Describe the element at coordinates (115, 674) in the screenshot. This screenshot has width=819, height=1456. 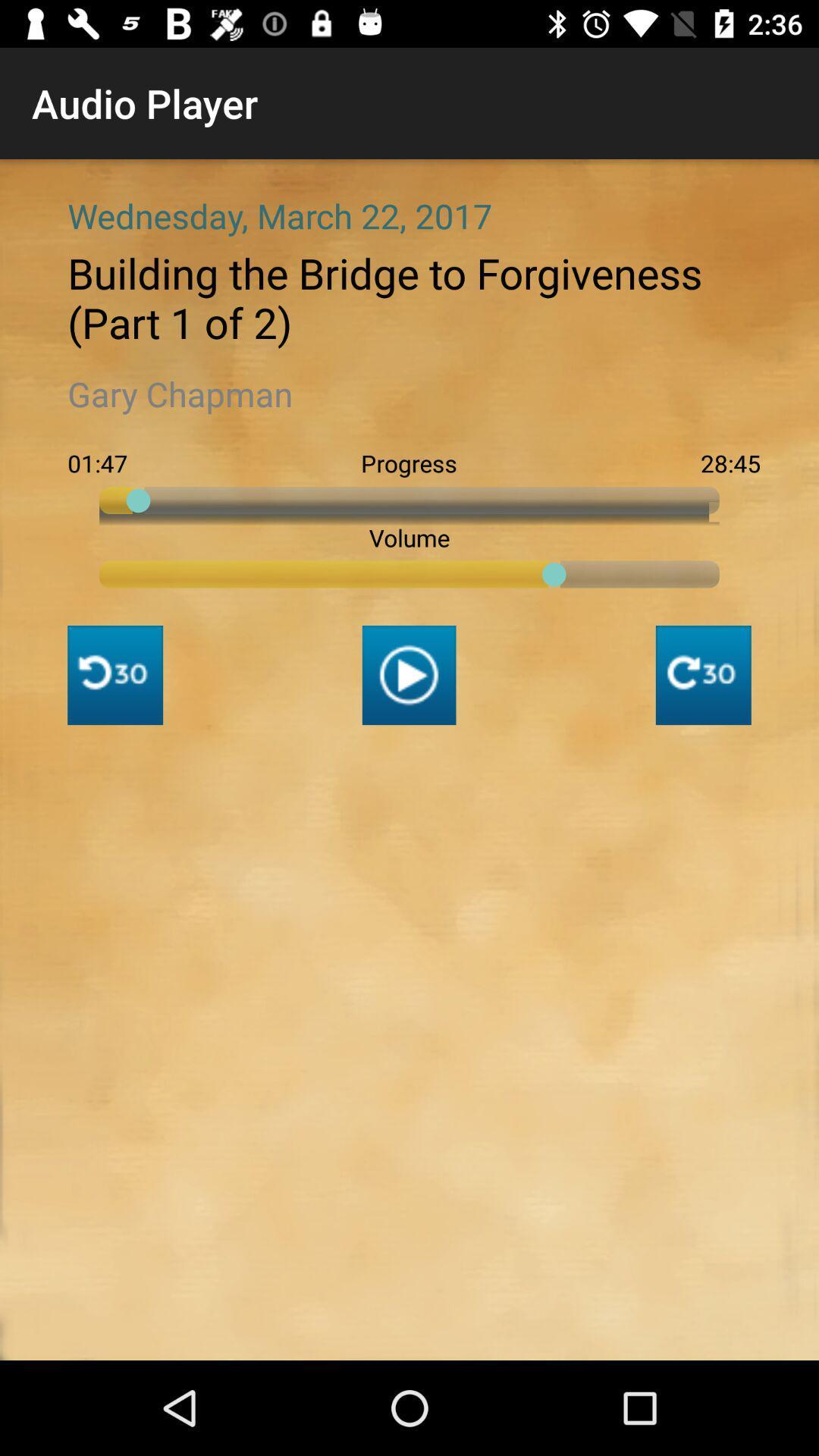
I see `icon on the left` at that location.